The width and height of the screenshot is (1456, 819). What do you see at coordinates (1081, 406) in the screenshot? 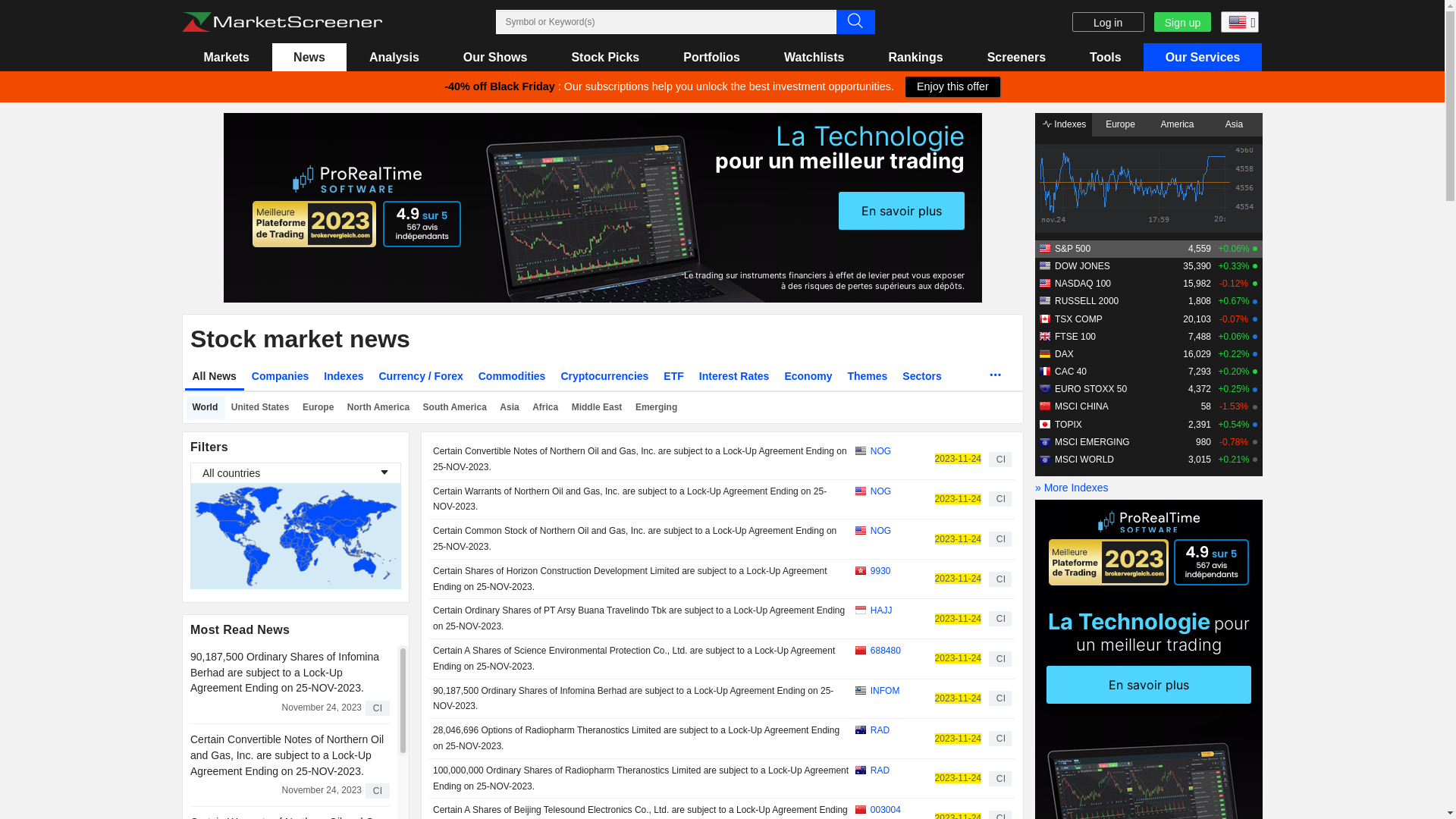
I see `'MSCI CHINA'` at bounding box center [1081, 406].